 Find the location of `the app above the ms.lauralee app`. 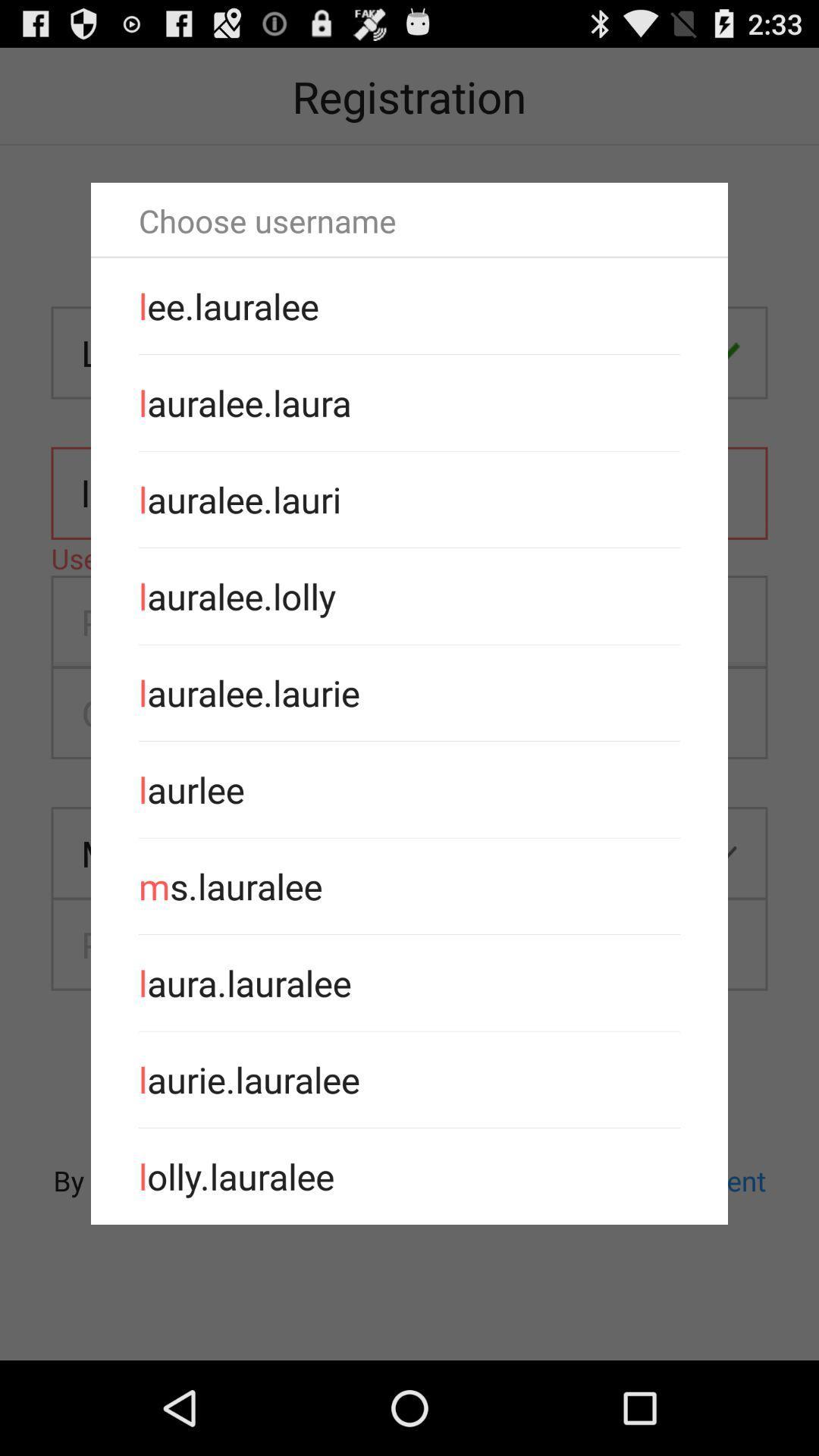

the app above the ms.lauralee app is located at coordinates (409, 789).